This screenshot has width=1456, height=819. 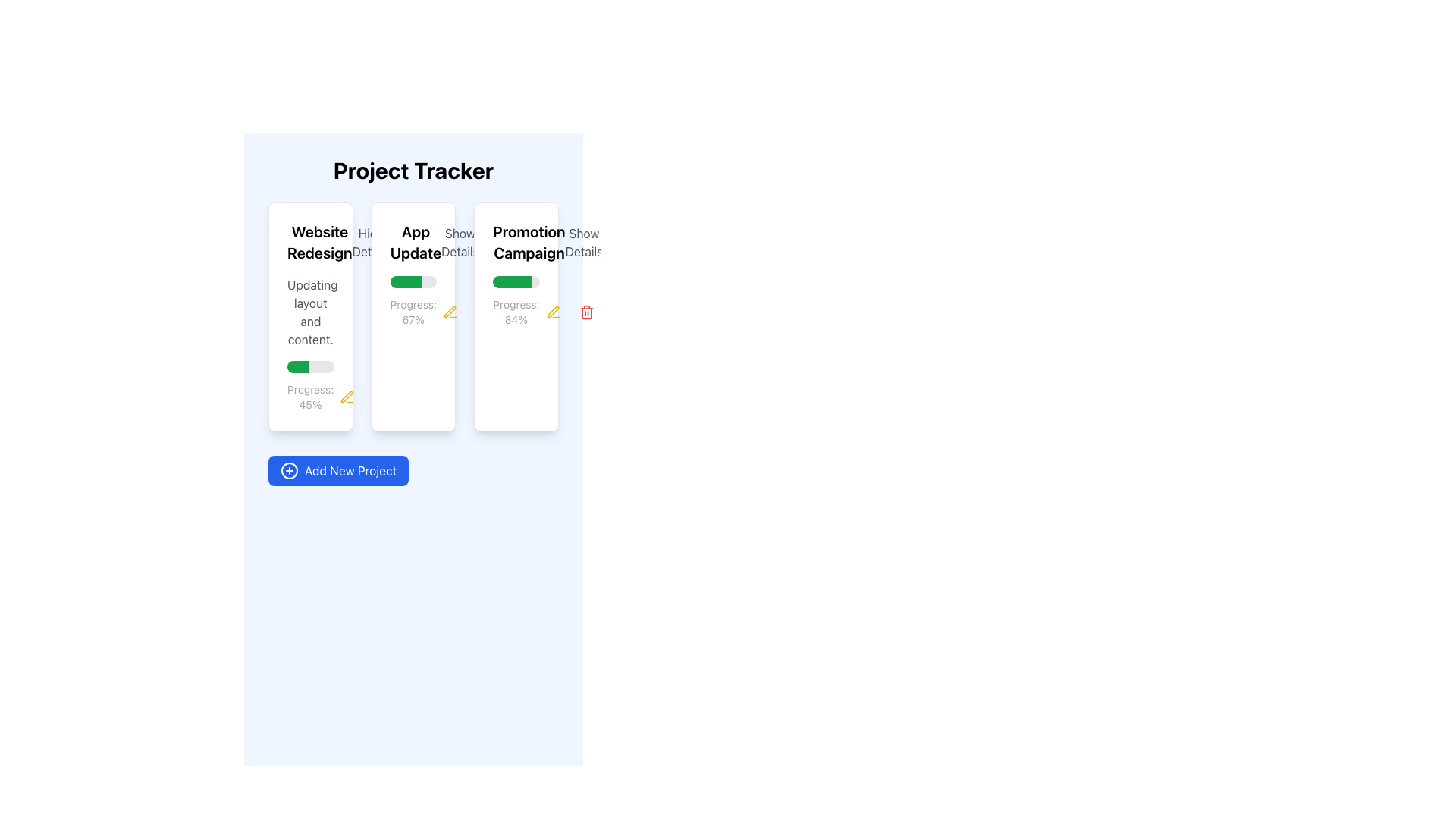 What do you see at coordinates (371, 242) in the screenshot?
I see `the toggle button located directly to the right of the 'Website Redesign' header text to hide the details of the project` at bounding box center [371, 242].